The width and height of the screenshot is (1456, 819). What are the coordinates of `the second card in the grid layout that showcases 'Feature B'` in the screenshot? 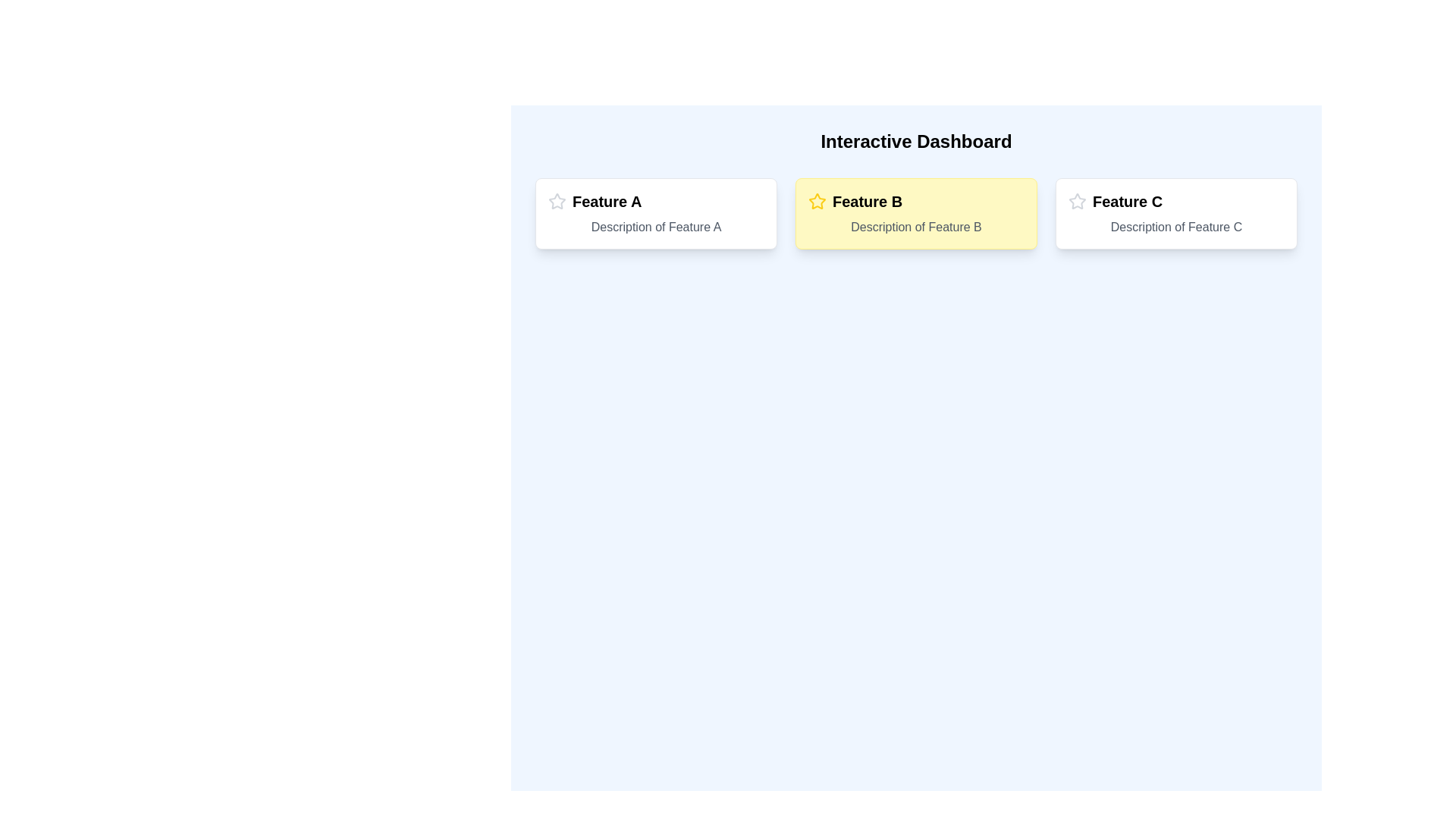 It's located at (915, 213).